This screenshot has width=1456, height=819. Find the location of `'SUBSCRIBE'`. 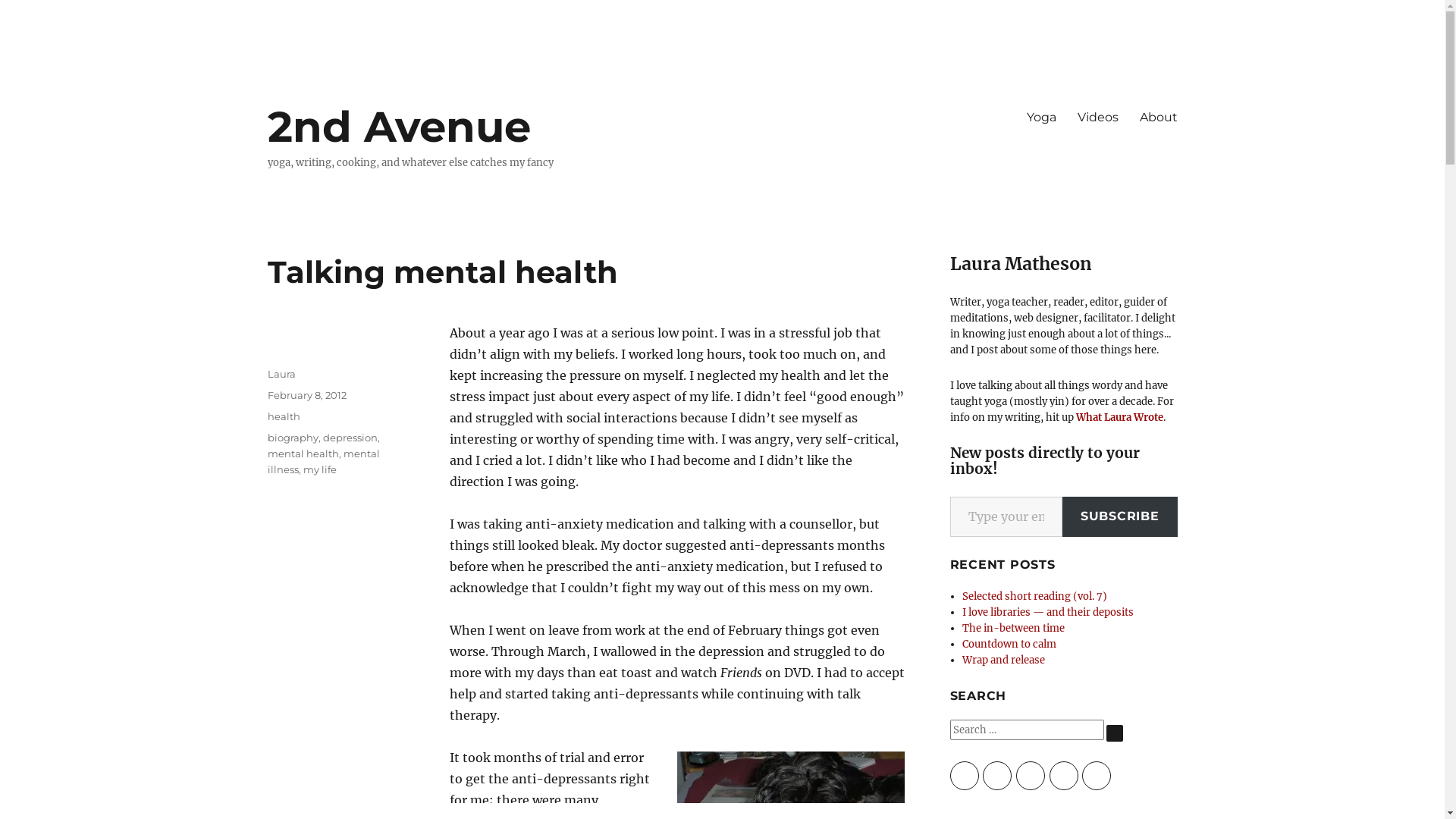

'SUBSCRIBE' is located at coordinates (1120, 516).